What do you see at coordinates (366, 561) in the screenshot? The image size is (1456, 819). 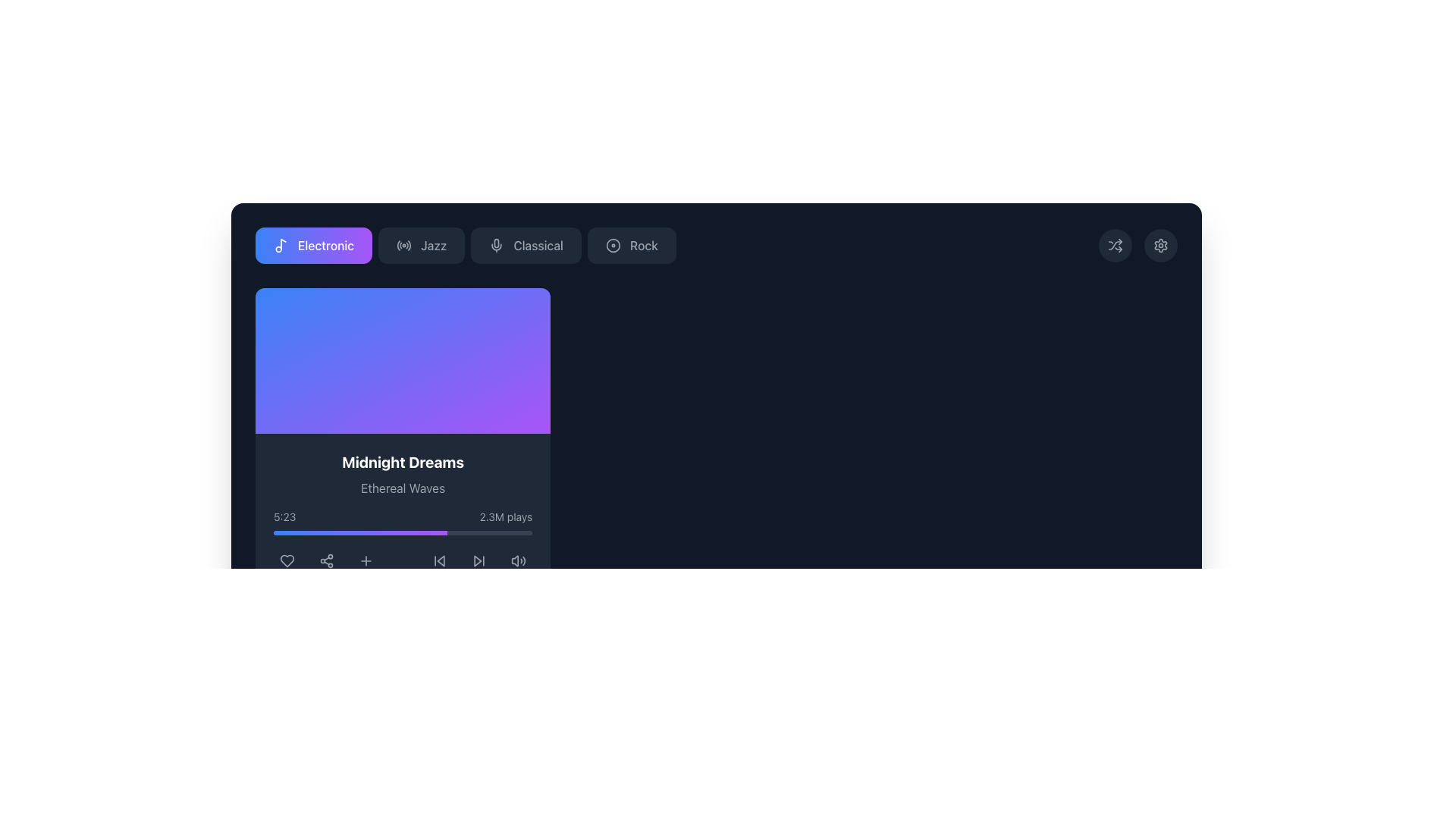 I see `the third circular button with a '+' icon, located below the music album description section` at bounding box center [366, 561].